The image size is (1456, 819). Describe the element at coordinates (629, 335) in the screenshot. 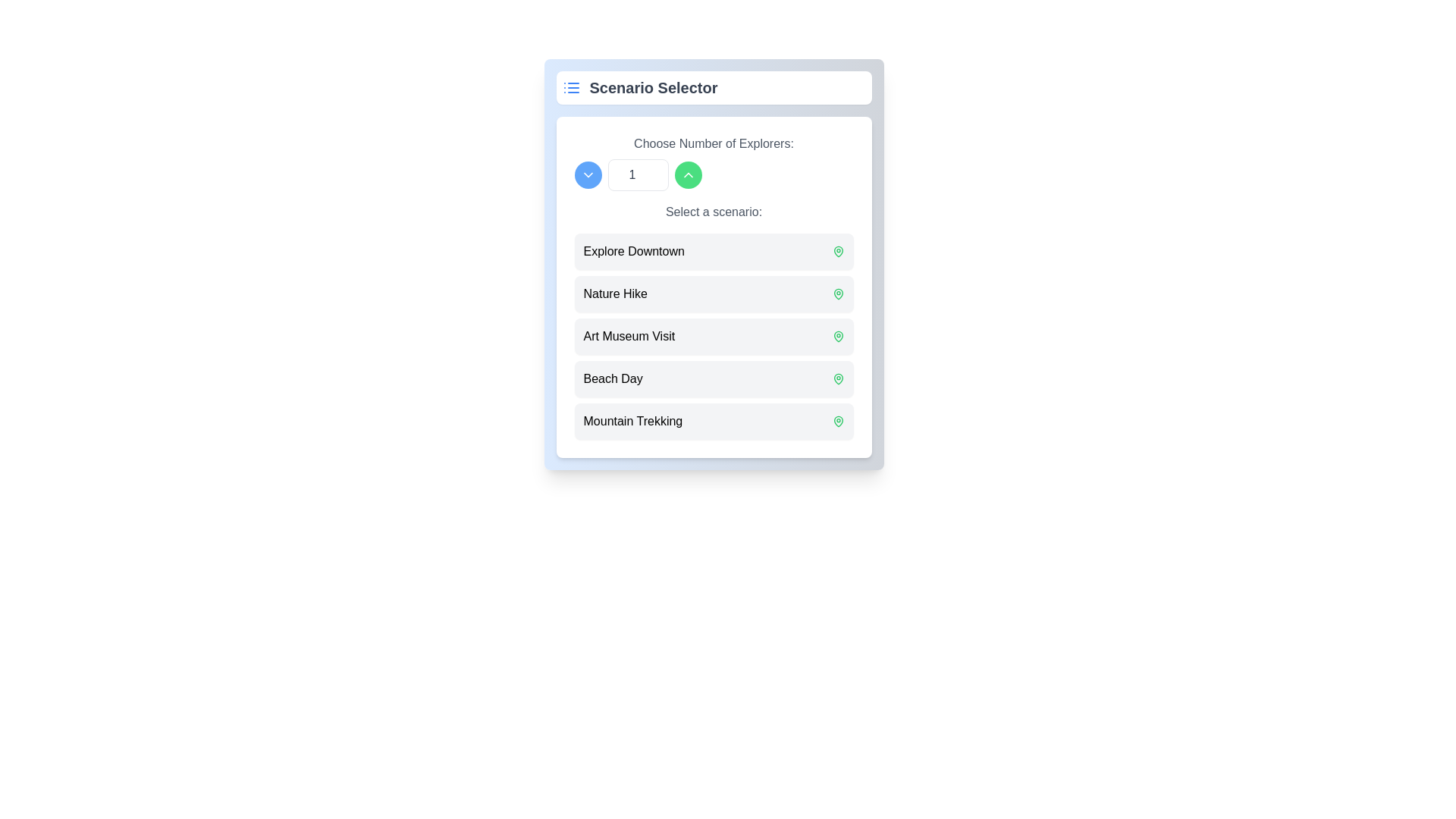

I see `the 'Art Museum Visit' text label in the scenario selector list` at that location.